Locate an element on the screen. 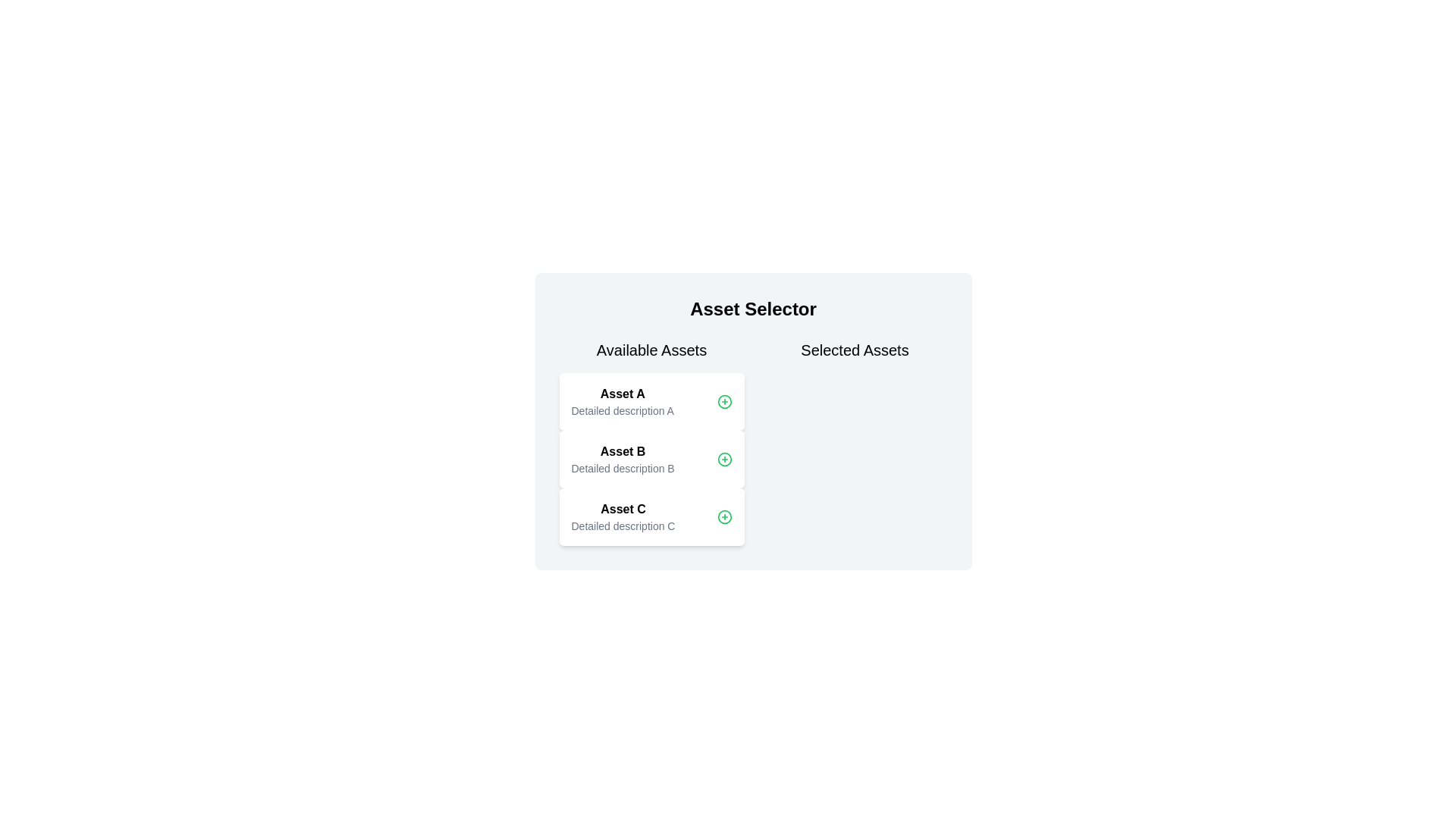 This screenshot has width=1456, height=819. the second item in the 'Available Assets' list, which contains the title 'Asset B', a description, and a green '+' icon is located at coordinates (651, 458).